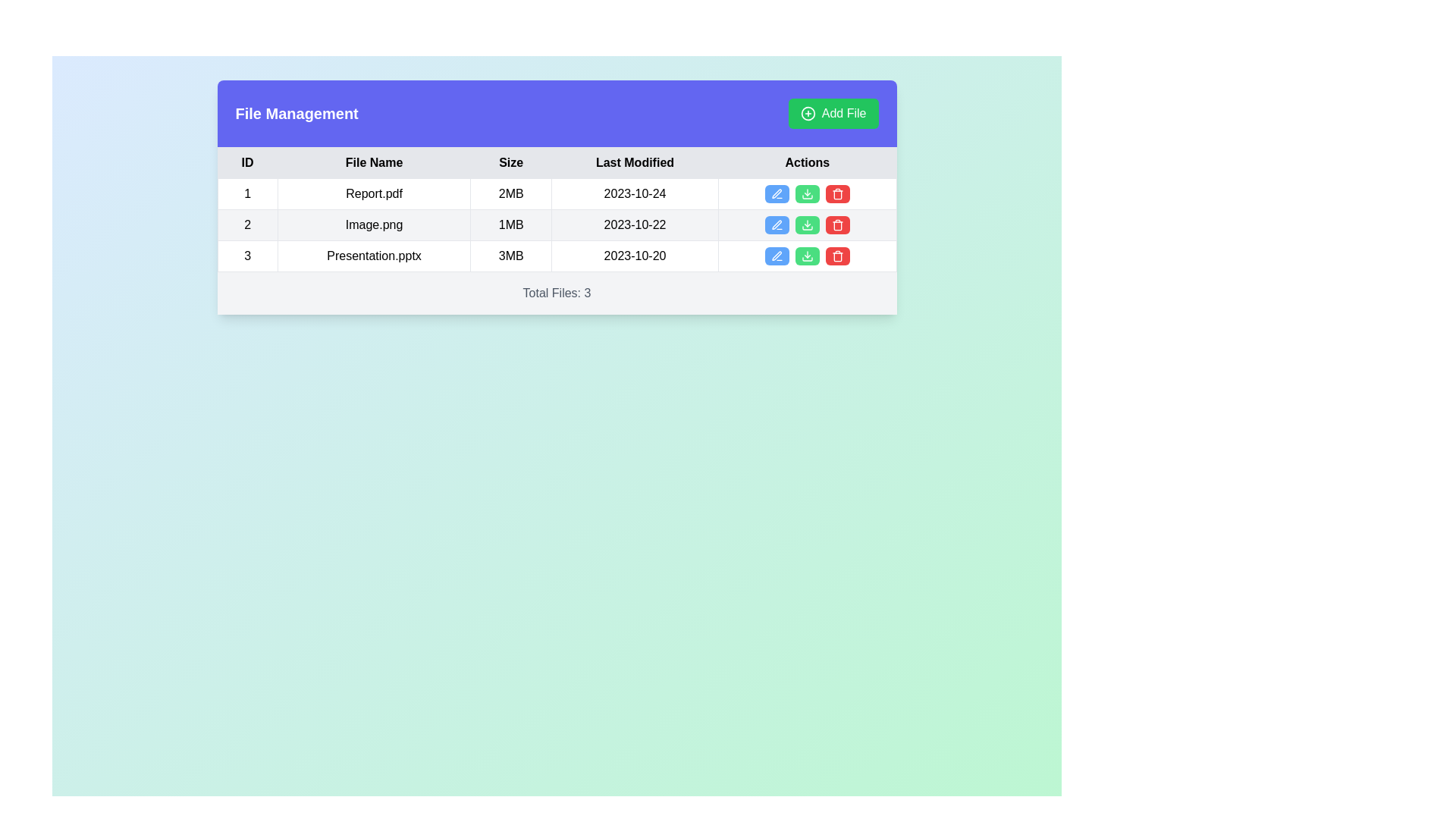 This screenshot has width=1456, height=819. What do you see at coordinates (511, 225) in the screenshot?
I see `the text element displaying '1MB' located in the 'Size' column of the table under the file 'Image.png'` at bounding box center [511, 225].